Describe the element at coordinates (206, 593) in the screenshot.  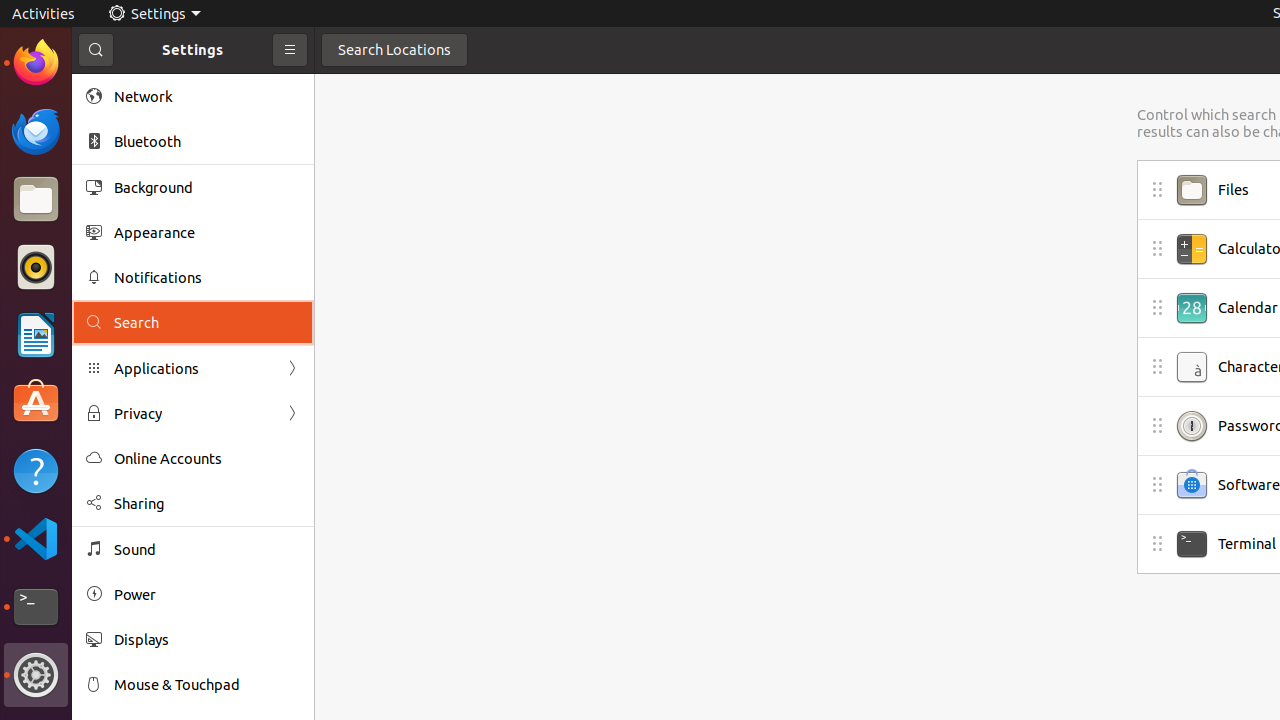
I see `'Power'` at that location.